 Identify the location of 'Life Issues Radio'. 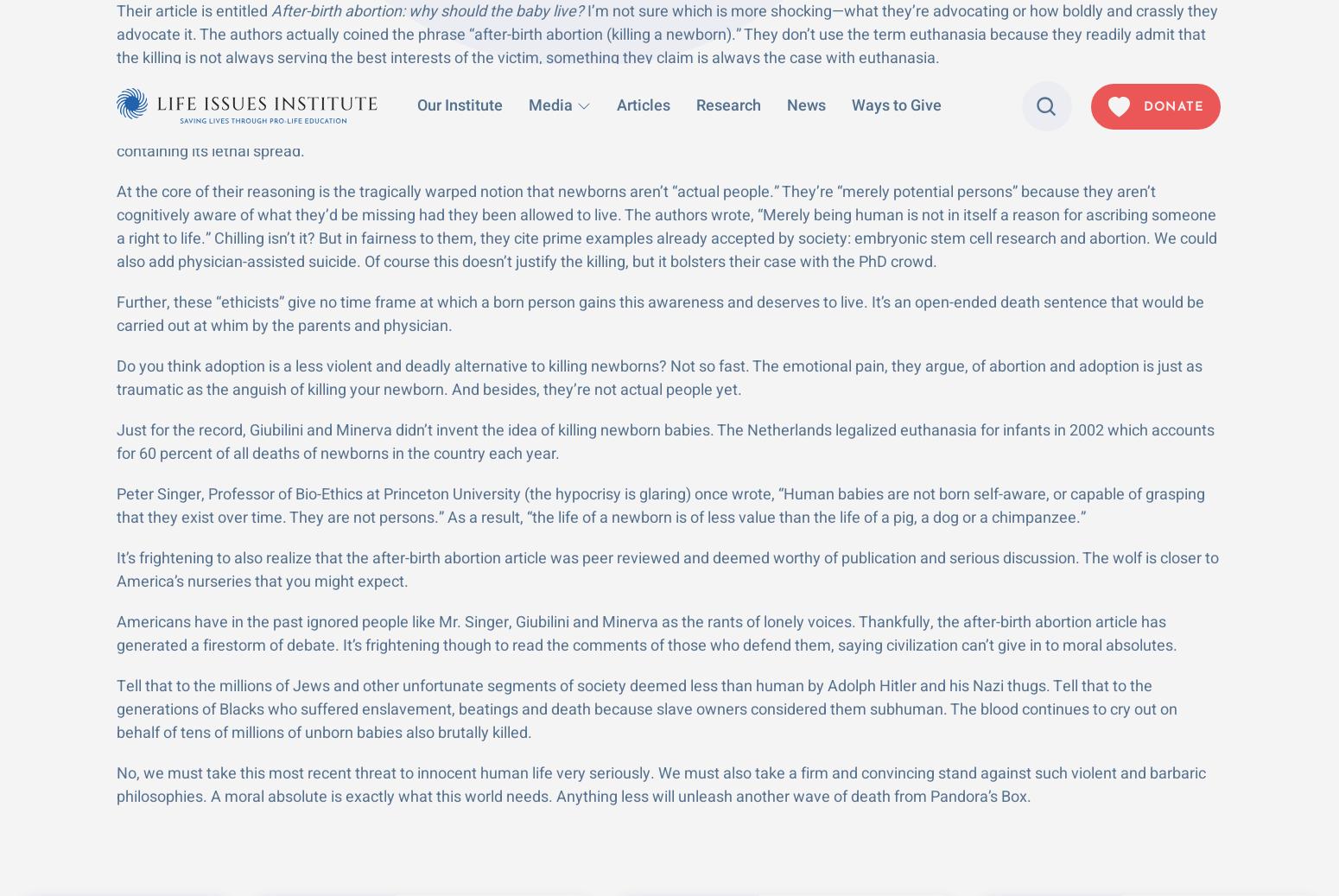
(642, 610).